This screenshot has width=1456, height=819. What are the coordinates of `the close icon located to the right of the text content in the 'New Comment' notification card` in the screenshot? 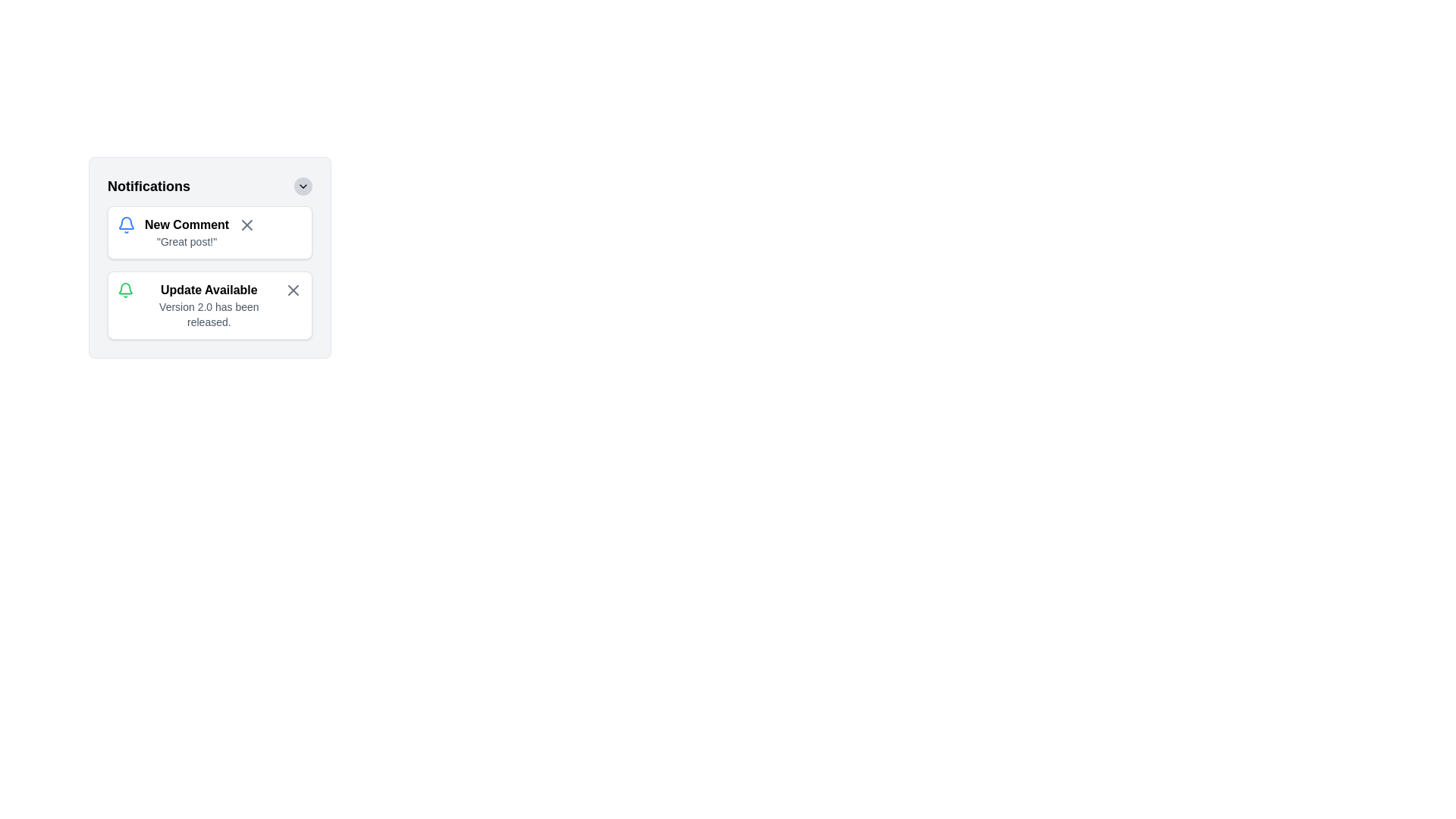 It's located at (247, 225).